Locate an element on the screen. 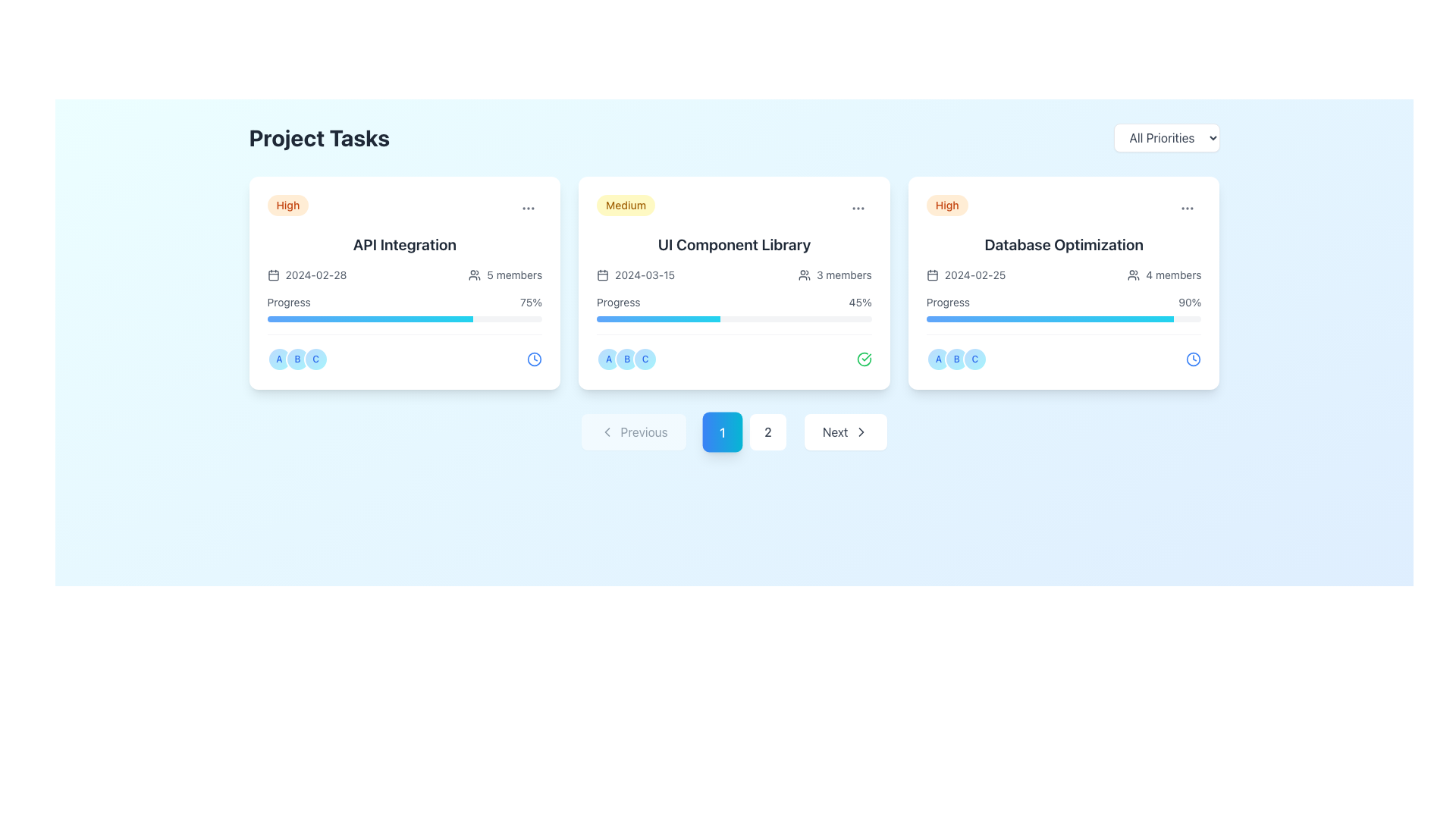 The width and height of the screenshot is (1456, 819). the left-pointing arrow icon in the navigation bar is located at coordinates (607, 432).